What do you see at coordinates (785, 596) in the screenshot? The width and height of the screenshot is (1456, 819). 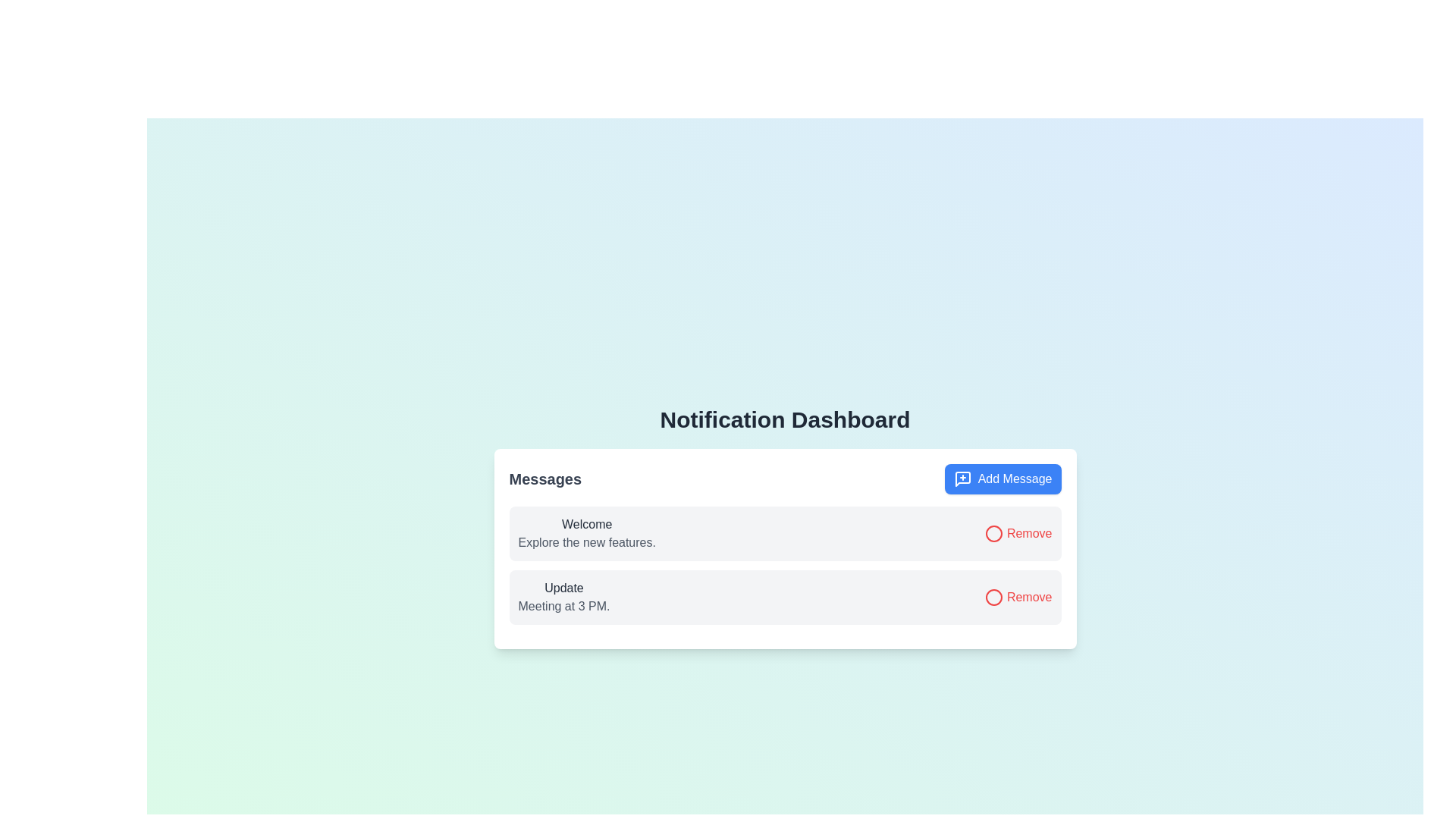 I see `information about the meeting from the Notification card element that contains 'Update' and 'Meeting at 3 PM.' with a red 'Remove' label` at bounding box center [785, 596].